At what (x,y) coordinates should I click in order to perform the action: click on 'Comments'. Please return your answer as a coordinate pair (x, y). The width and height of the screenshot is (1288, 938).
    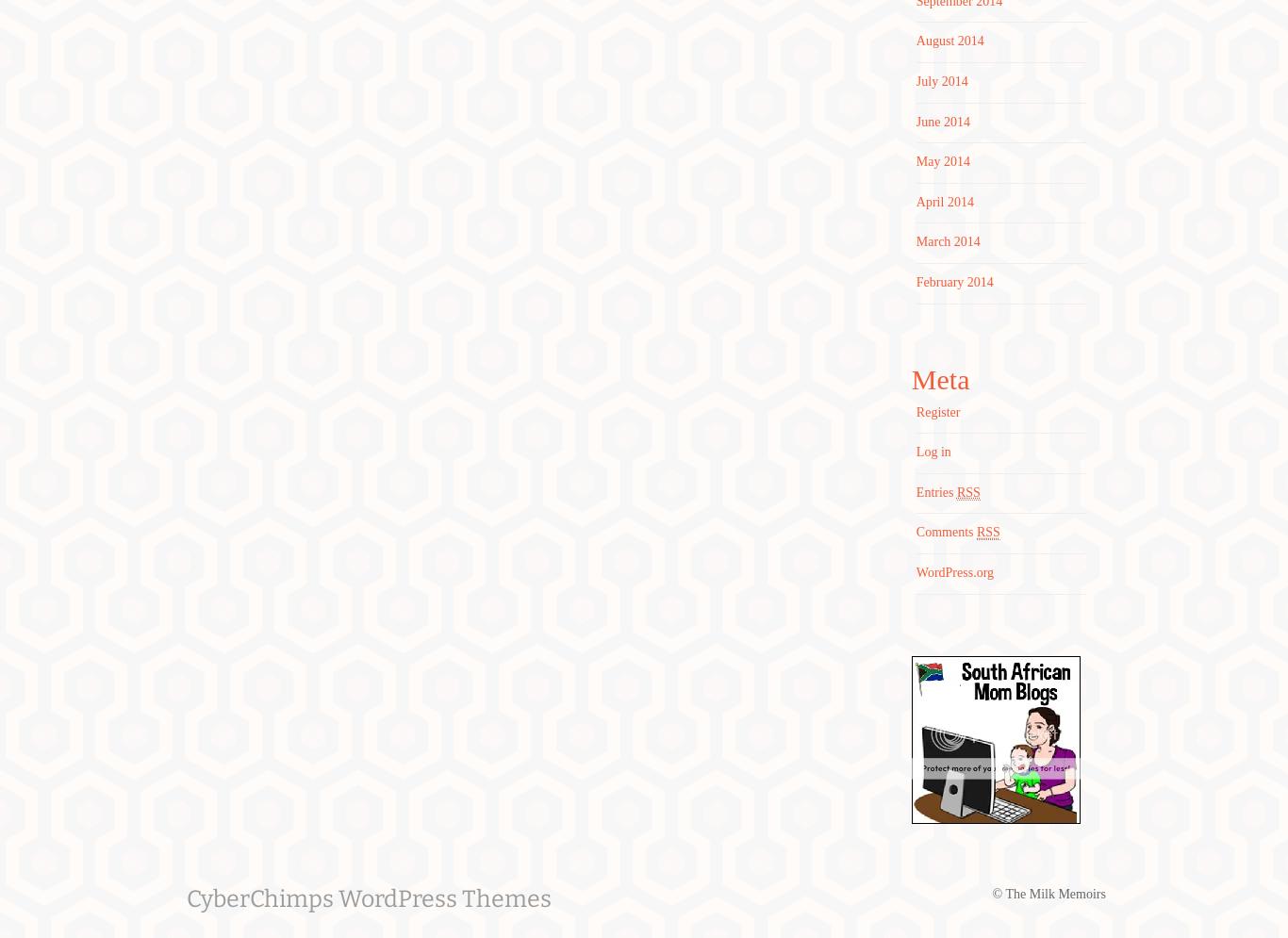
    Looking at the image, I should click on (946, 532).